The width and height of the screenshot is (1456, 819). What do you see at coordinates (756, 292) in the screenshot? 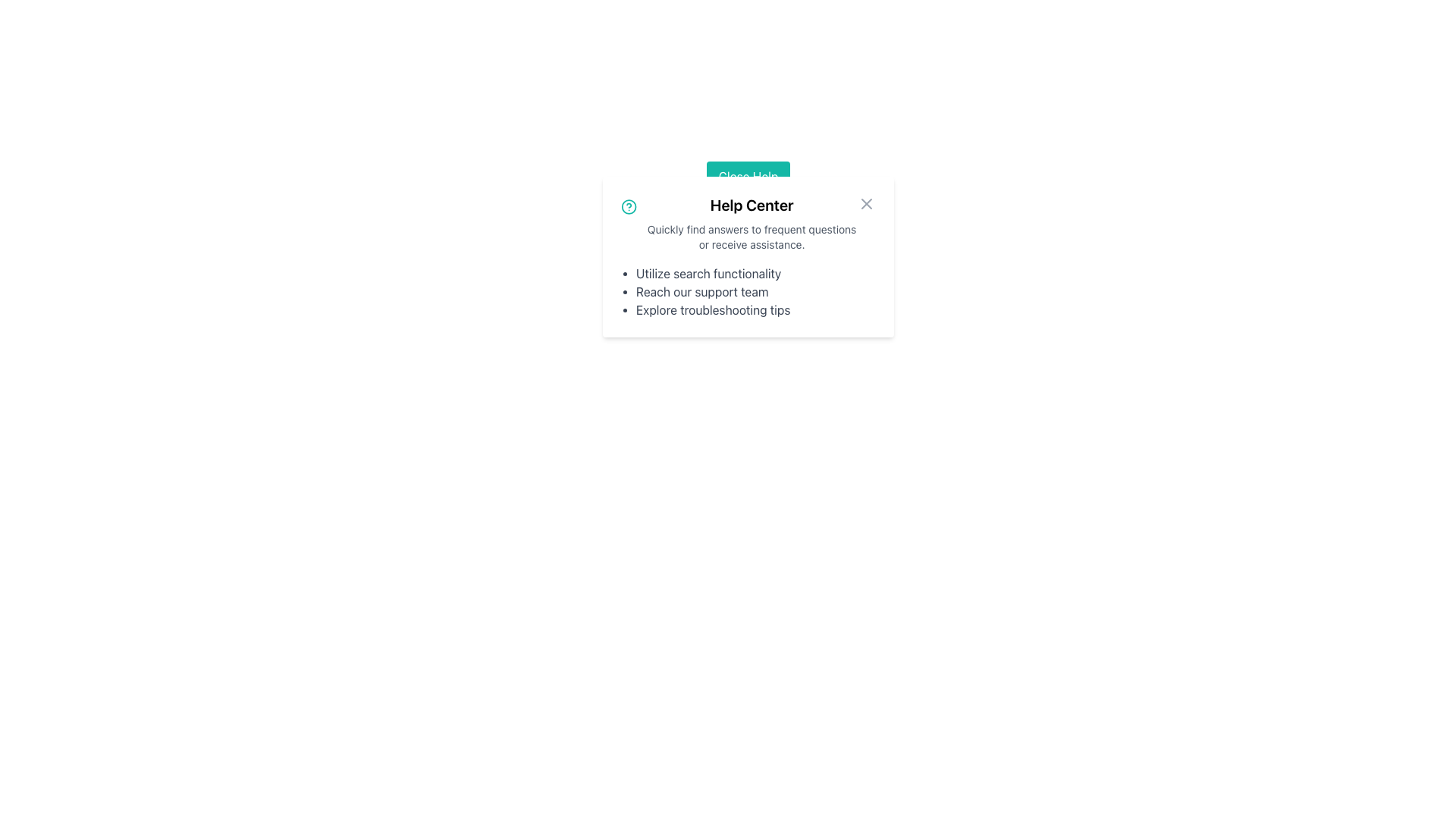
I see `the text display reading 'Reach our support team' styled in gray font, which is the second item in the bulleted list under the 'Help Center' section` at bounding box center [756, 292].